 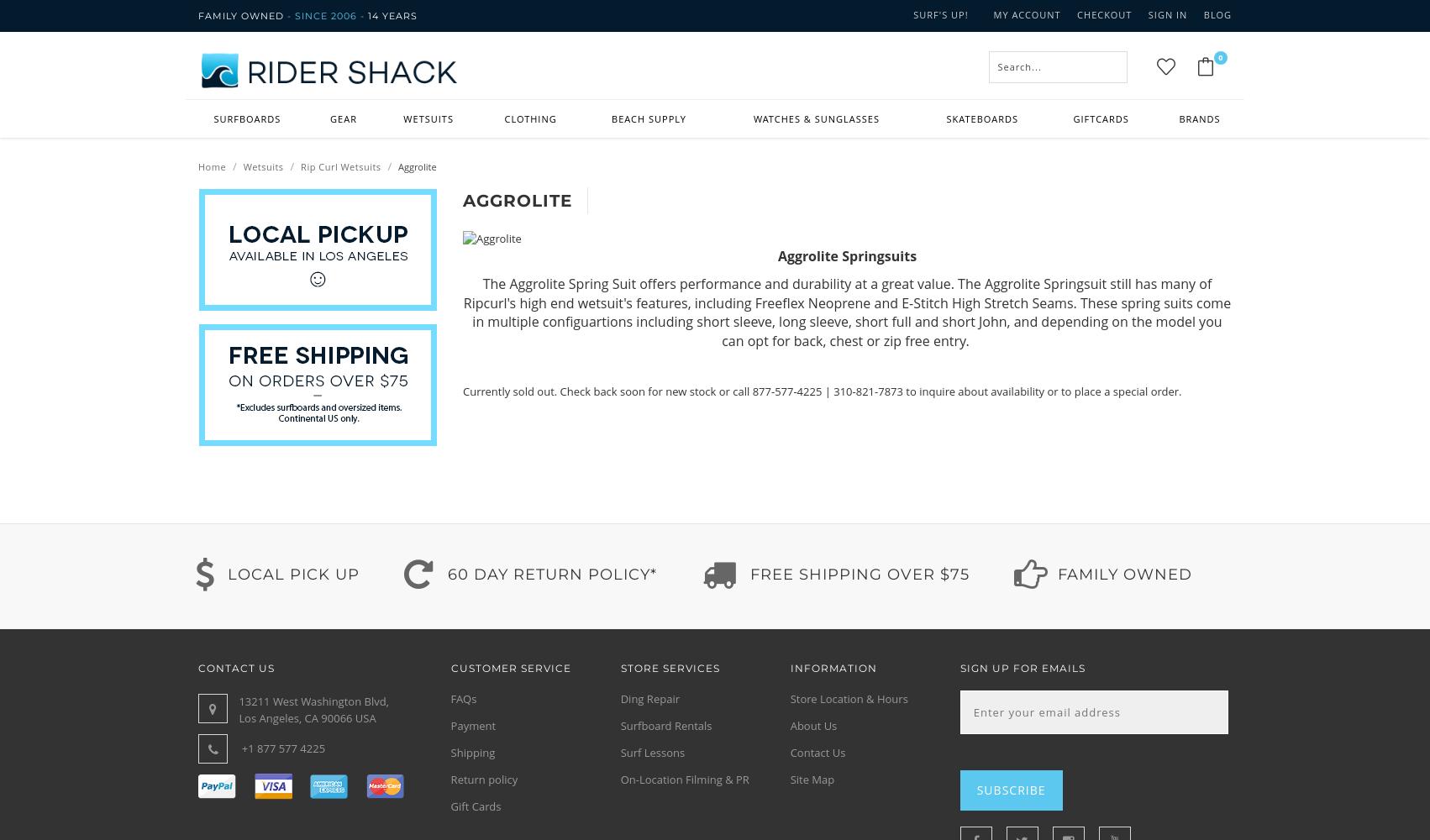 I want to click on 'Brands', so click(x=1177, y=118).